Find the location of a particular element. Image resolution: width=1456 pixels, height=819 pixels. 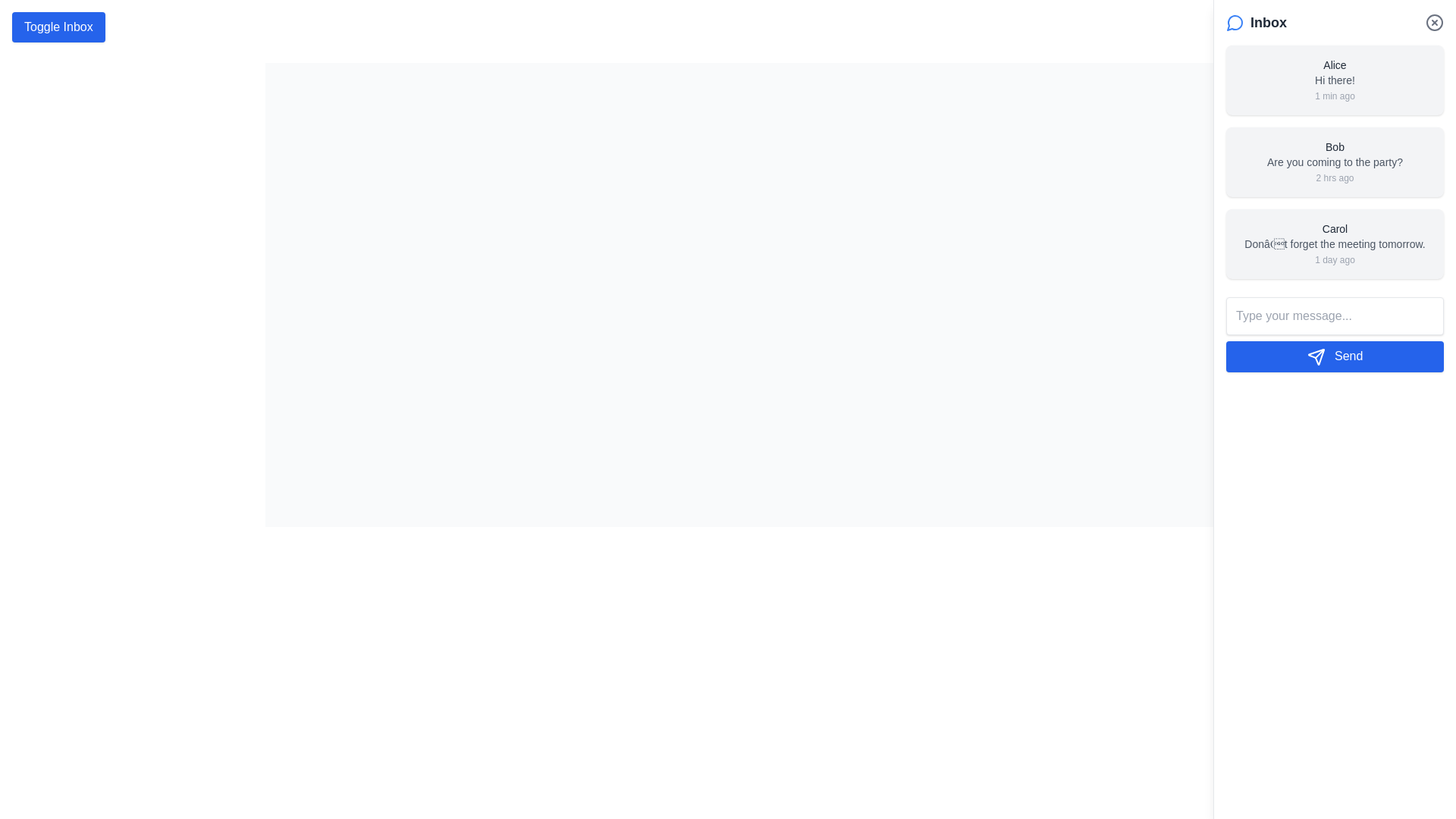

the Message preview panel for 'Alice' is located at coordinates (1335, 80).